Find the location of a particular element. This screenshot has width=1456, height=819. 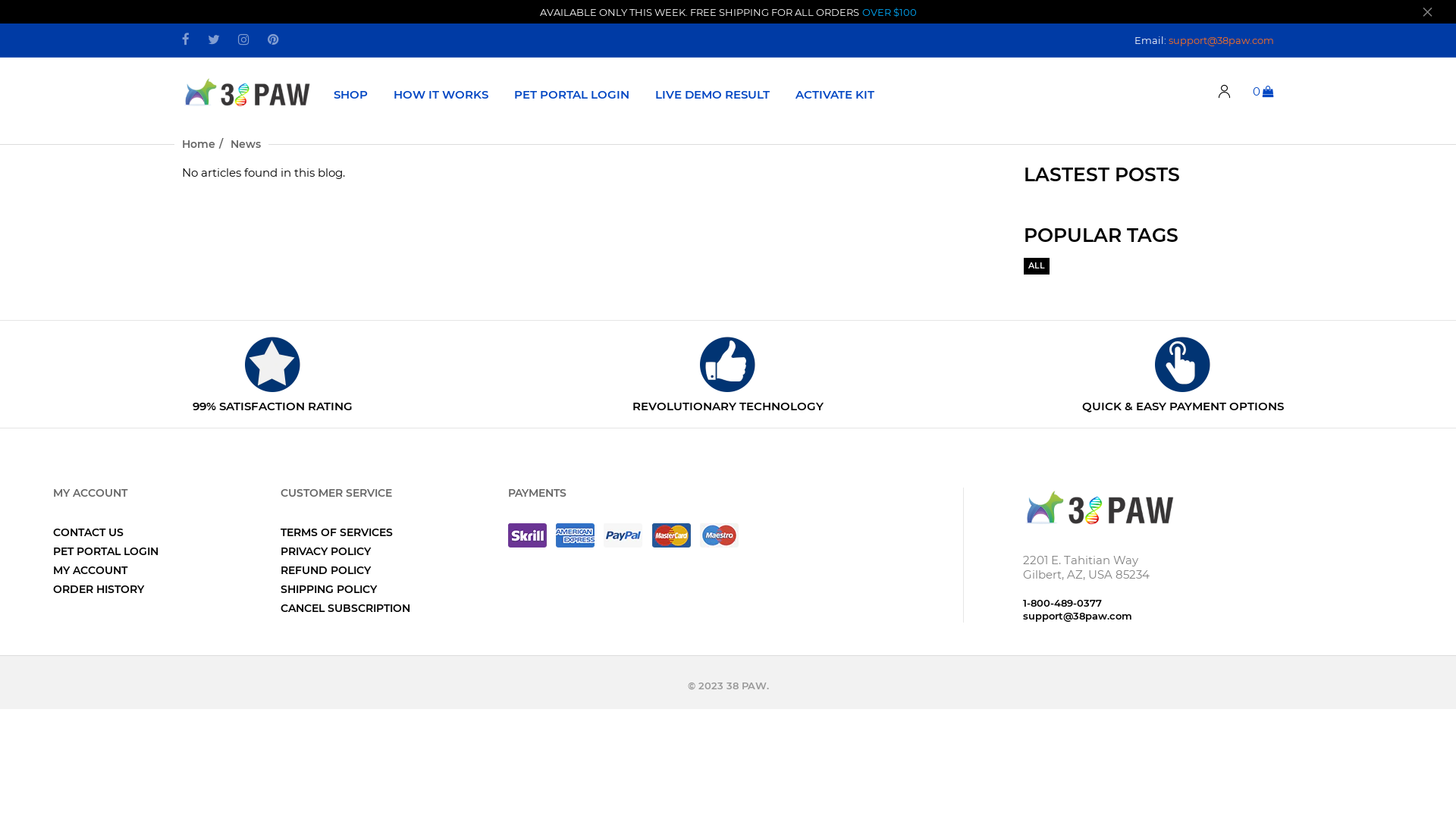

'Twitter' is located at coordinates (213, 39).